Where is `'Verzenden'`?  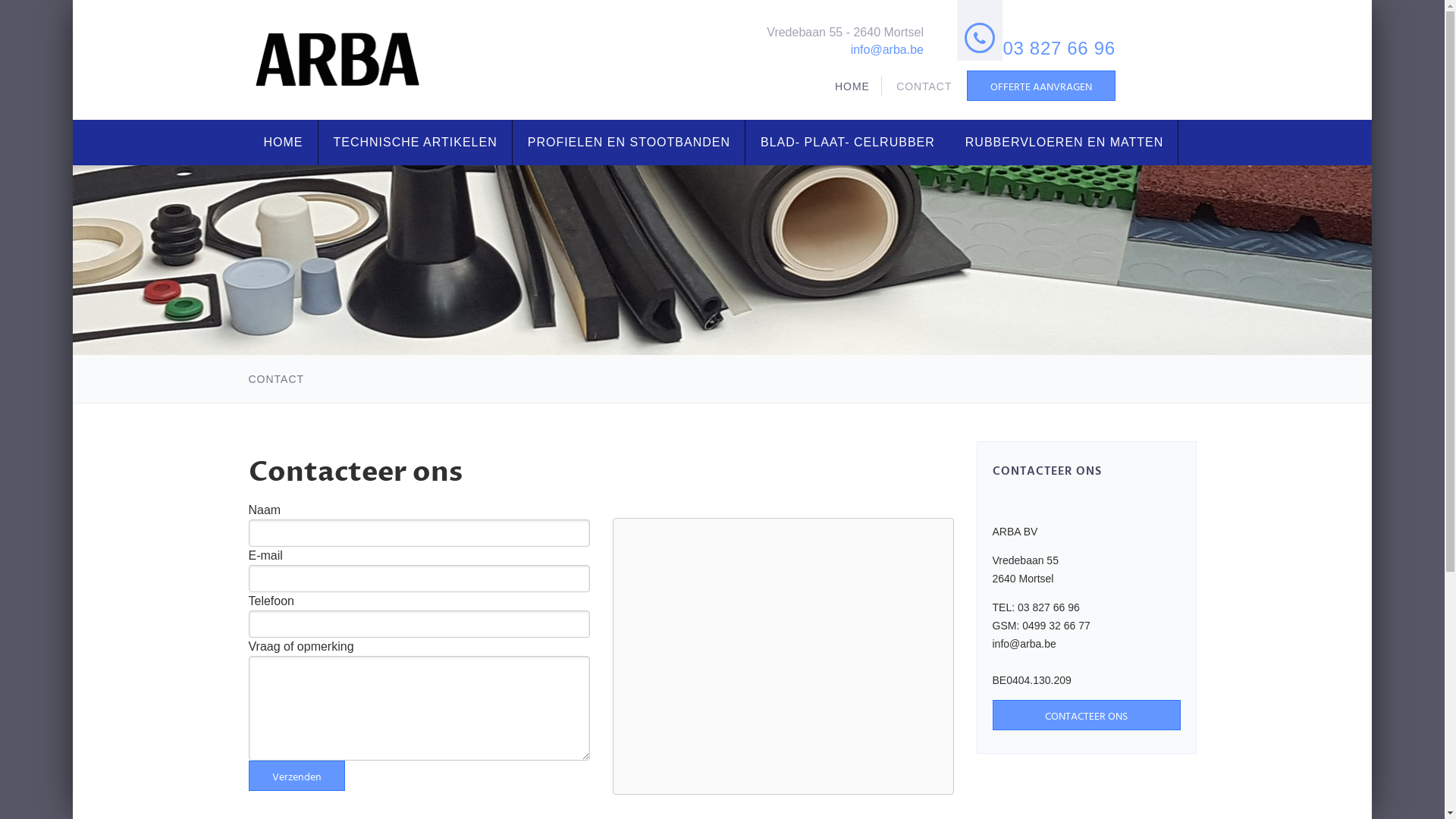
'Verzenden' is located at coordinates (248, 775).